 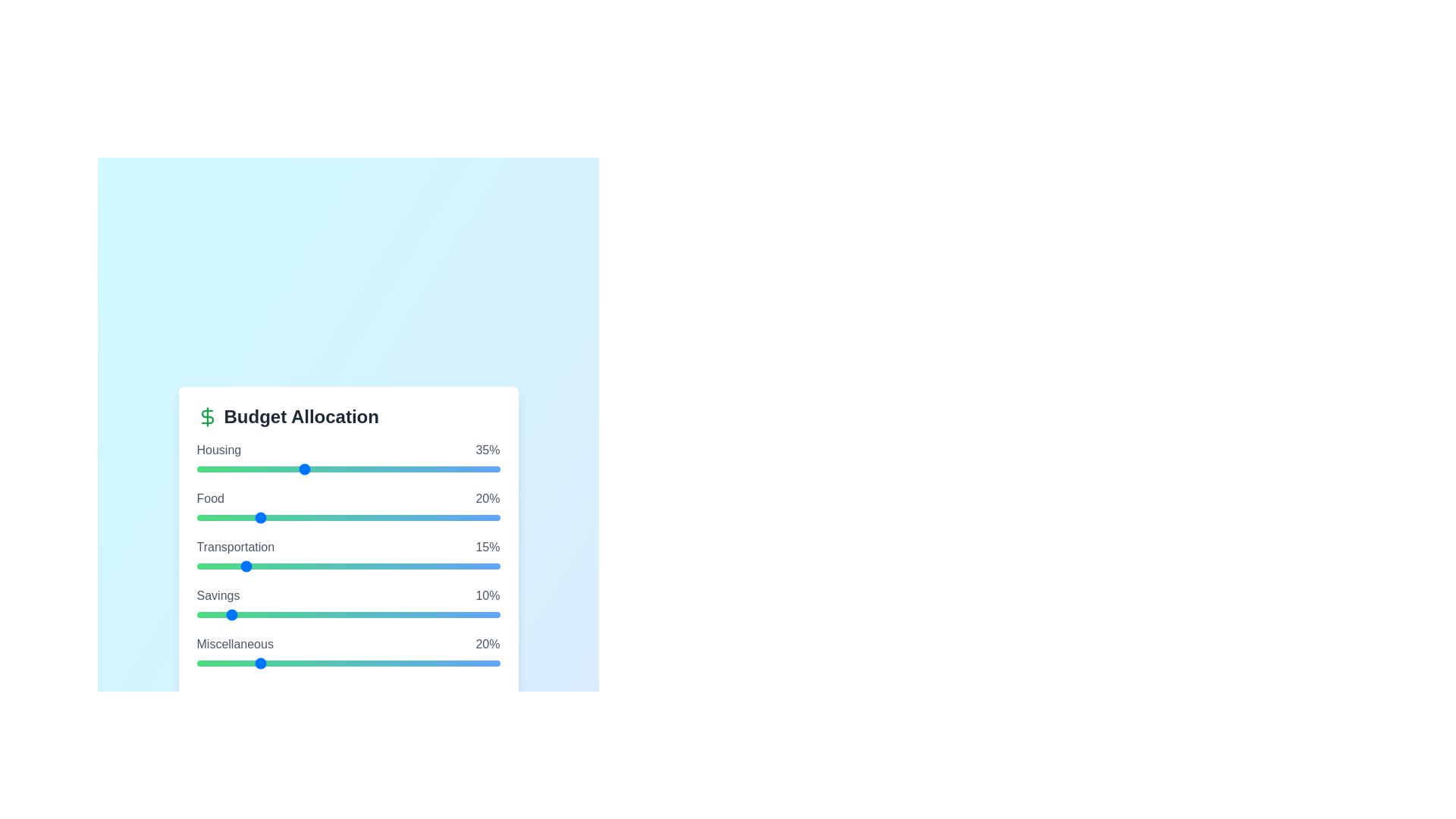 I want to click on the slider for a specific budget category to 8%, so click(x=220, y=468).